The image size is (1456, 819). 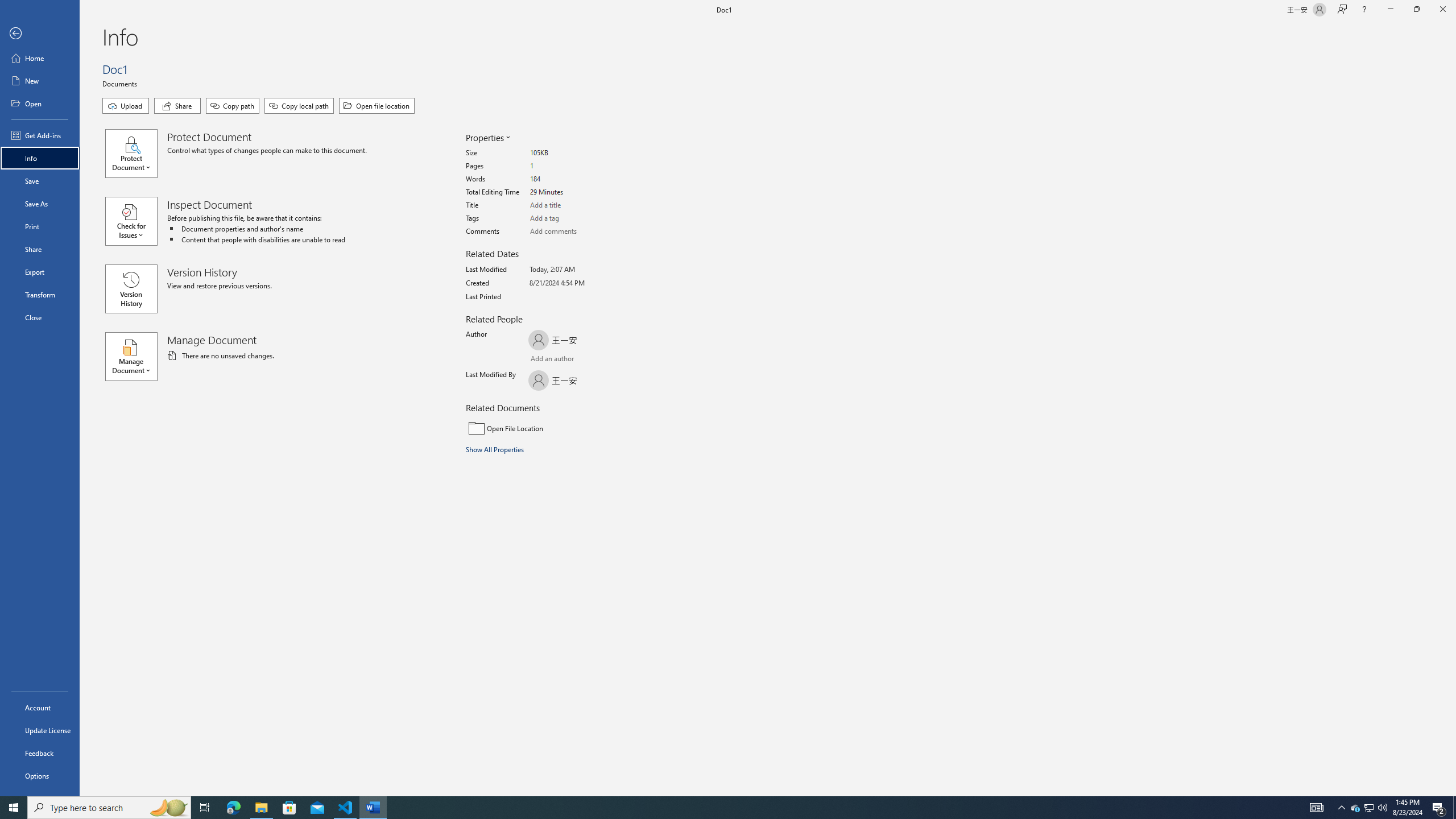 What do you see at coordinates (39, 226) in the screenshot?
I see `'Print'` at bounding box center [39, 226].